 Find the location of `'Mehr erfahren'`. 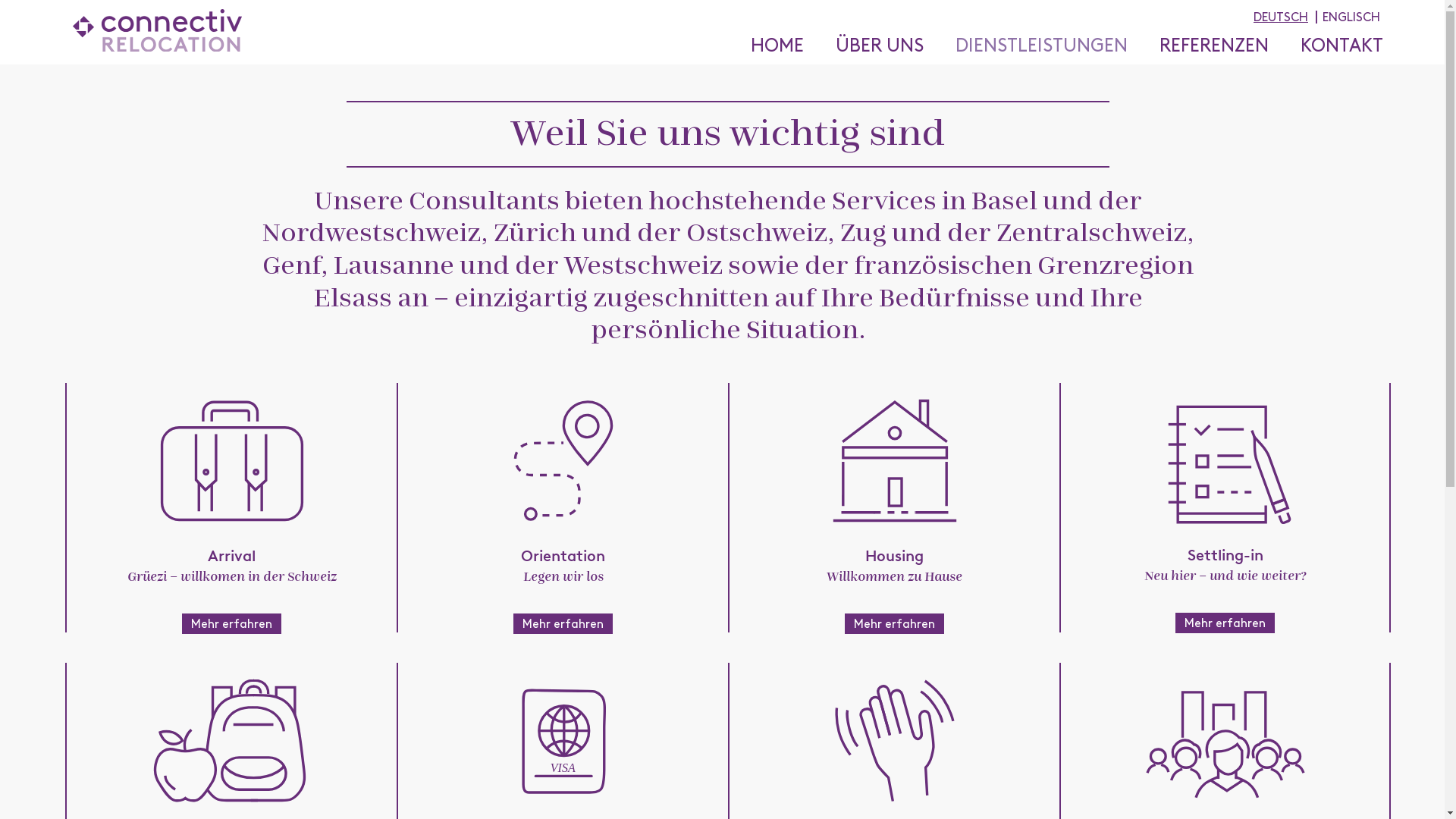

'Mehr erfahren' is located at coordinates (843, 623).